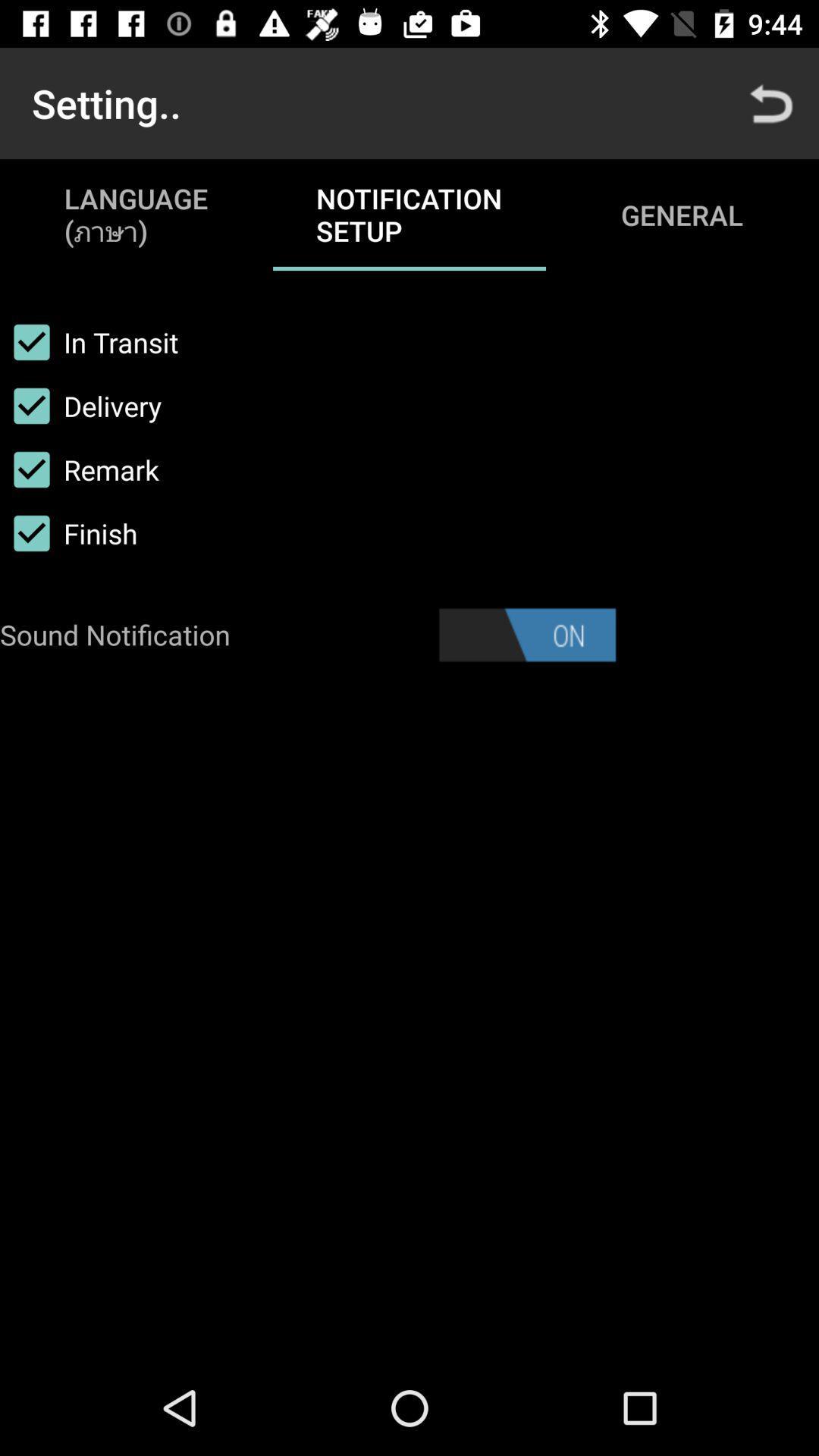 The width and height of the screenshot is (819, 1456). I want to click on remark item, so click(79, 469).